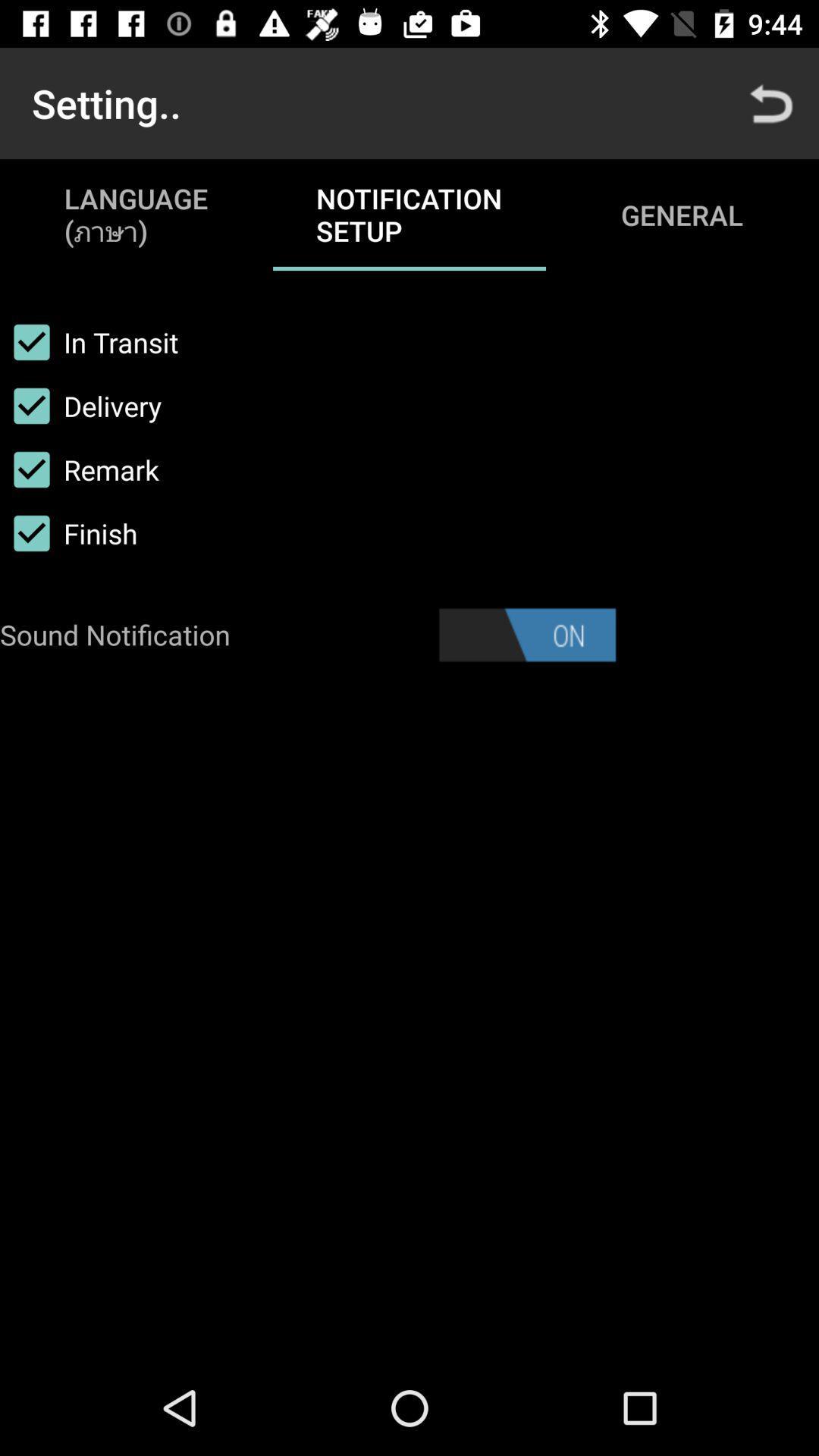 The width and height of the screenshot is (819, 1456). I want to click on remark item, so click(79, 469).